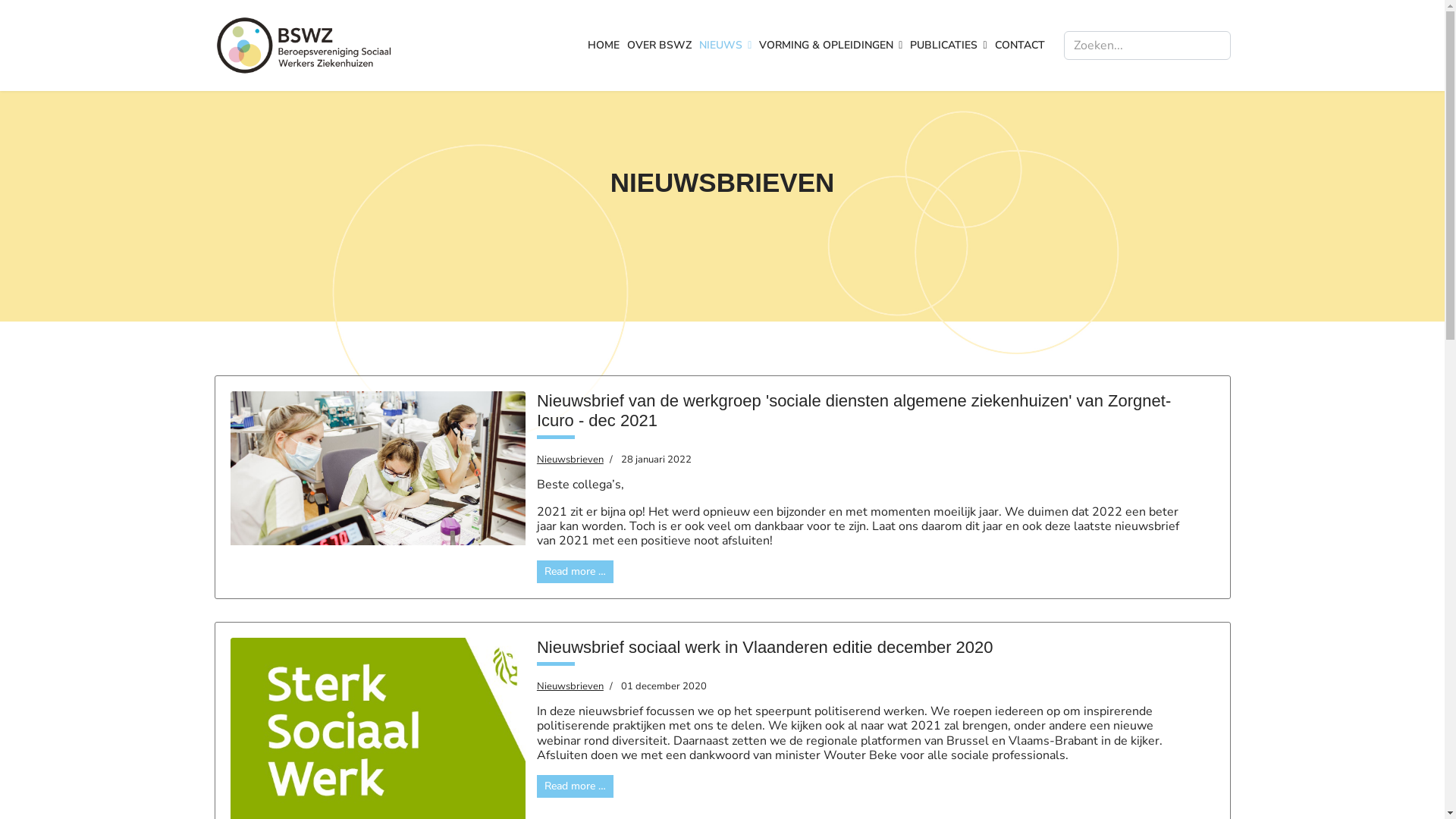  What do you see at coordinates (1017, 45) in the screenshot?
I see `'CONTACT'` at bounding box center [1017, 45].